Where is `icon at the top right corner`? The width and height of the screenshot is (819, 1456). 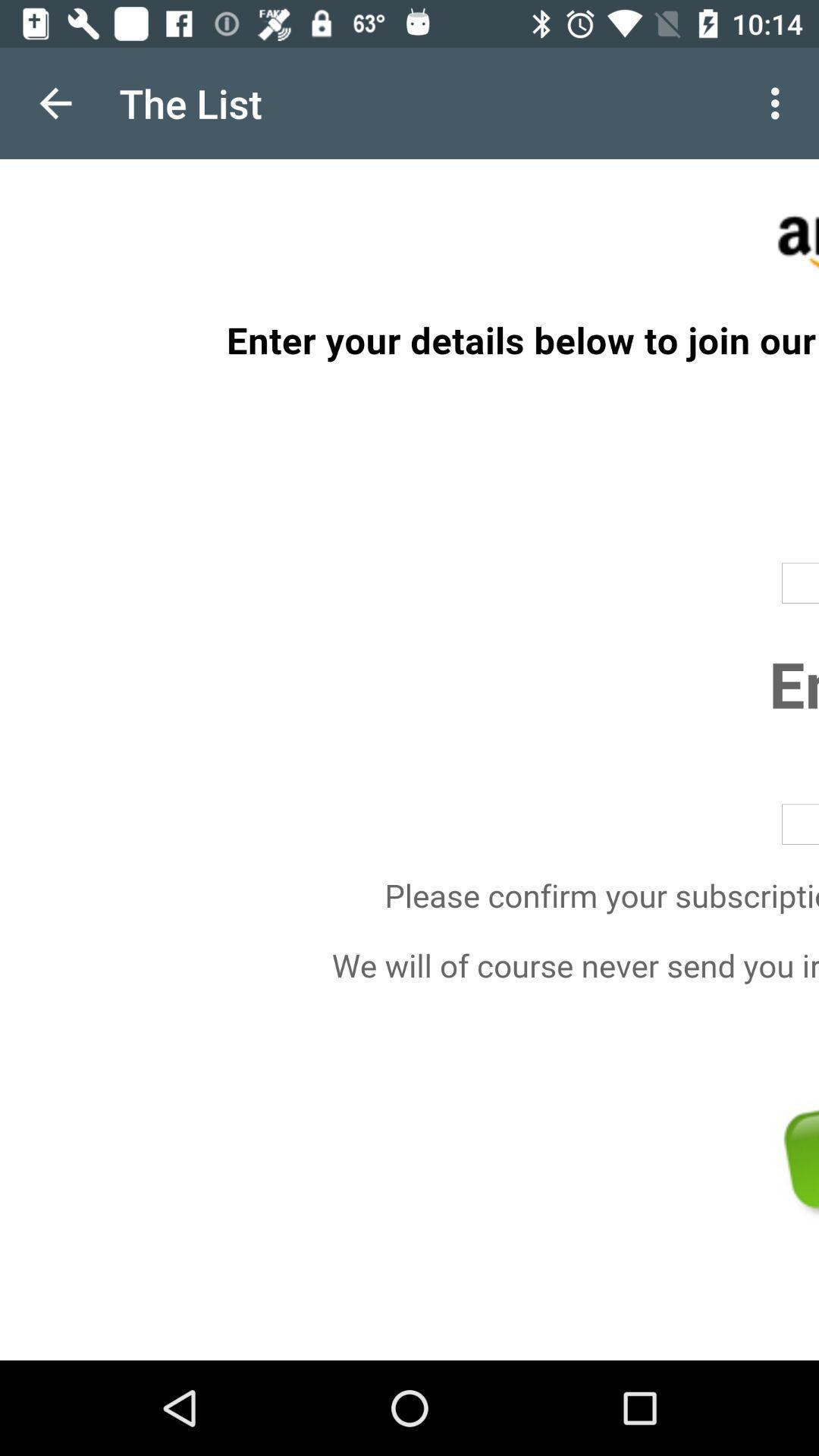
icon at the top right corner is located at coordinates (779, 102).